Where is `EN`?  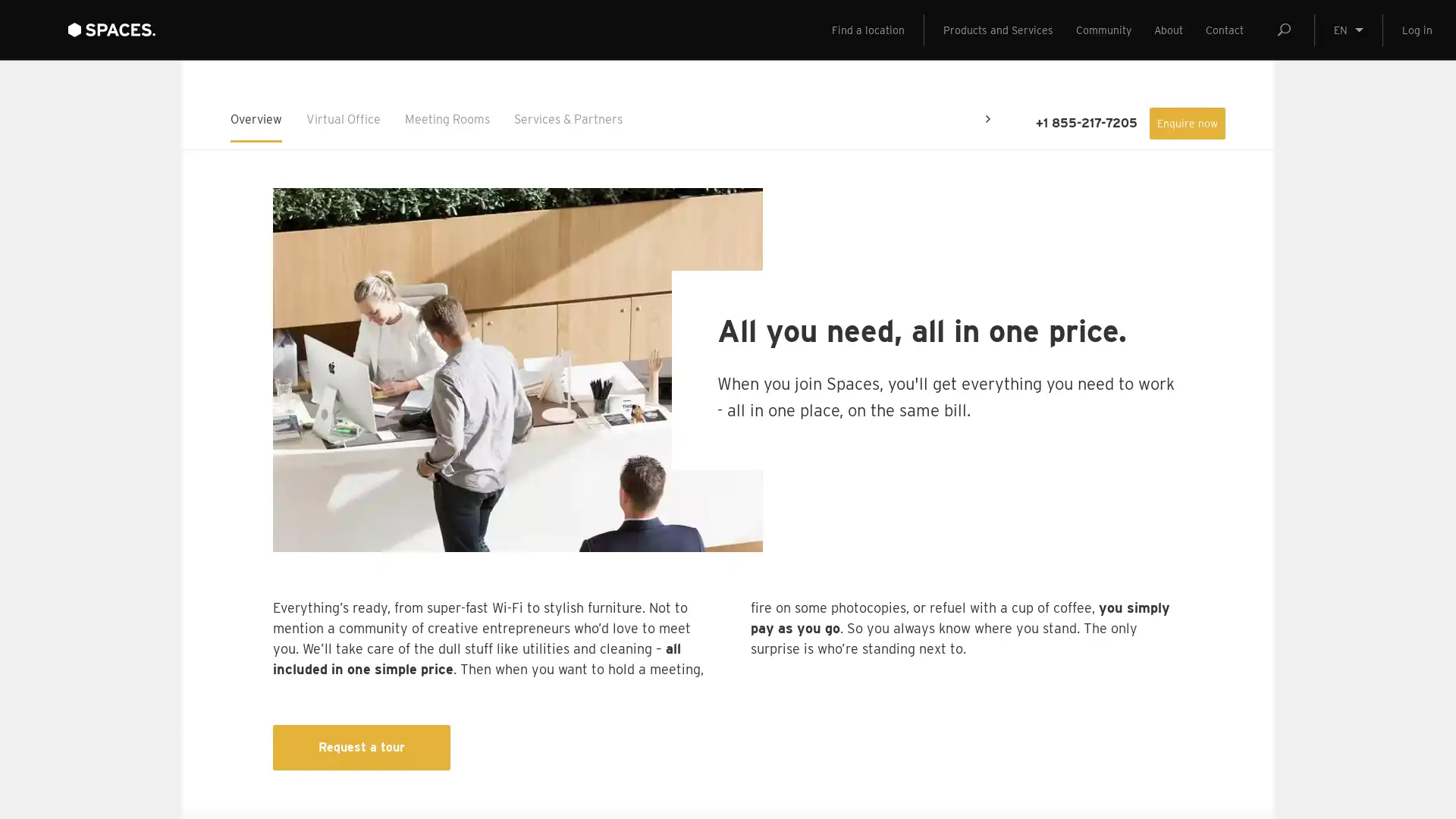
EN is located at coordinates (1348, 61).